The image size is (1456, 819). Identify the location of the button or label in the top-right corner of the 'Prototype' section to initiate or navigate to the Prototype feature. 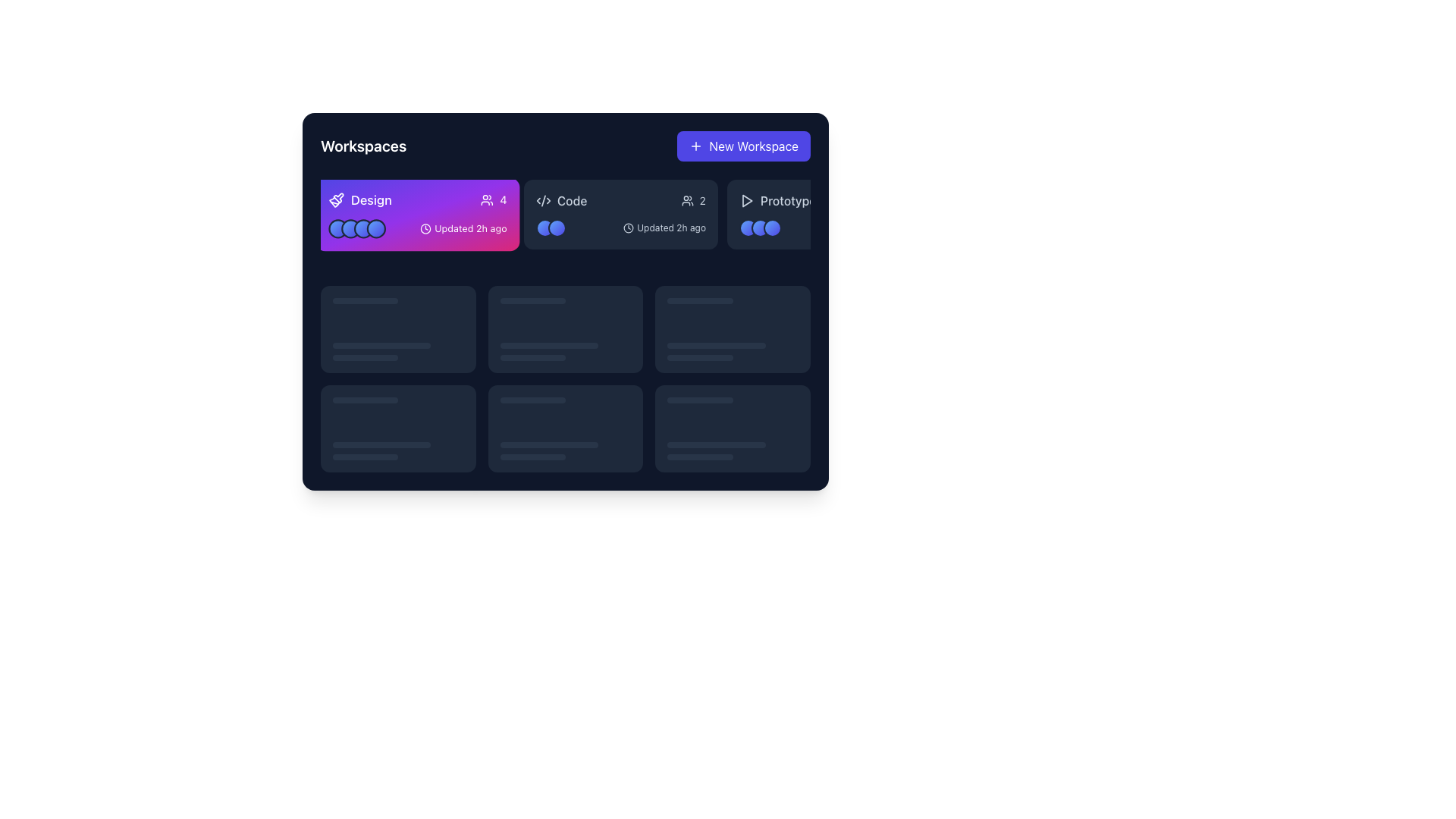
(777, 200).